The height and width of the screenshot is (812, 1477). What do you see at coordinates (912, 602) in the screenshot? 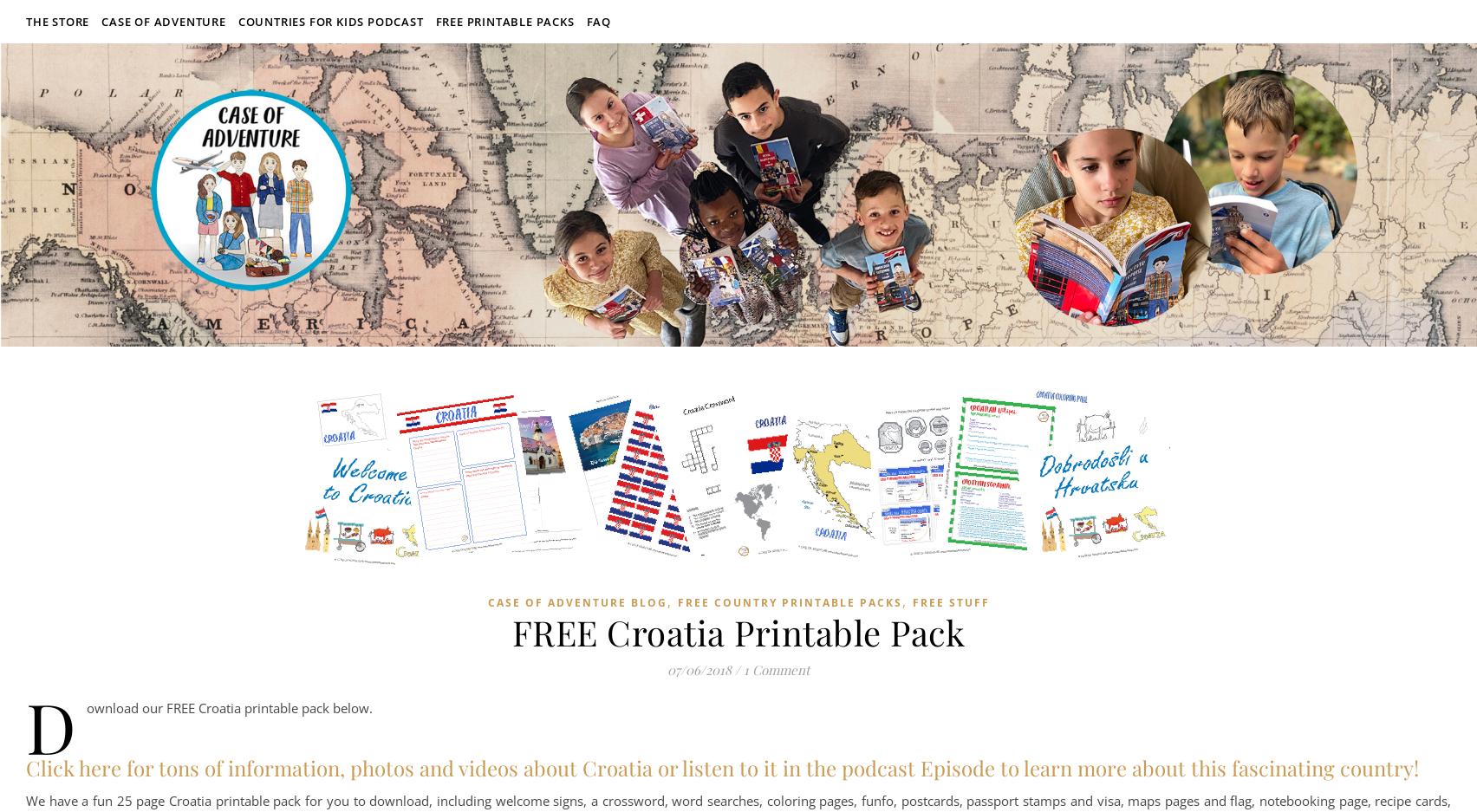
I see `'Free Stuff'` at bounding box center [912, 602].